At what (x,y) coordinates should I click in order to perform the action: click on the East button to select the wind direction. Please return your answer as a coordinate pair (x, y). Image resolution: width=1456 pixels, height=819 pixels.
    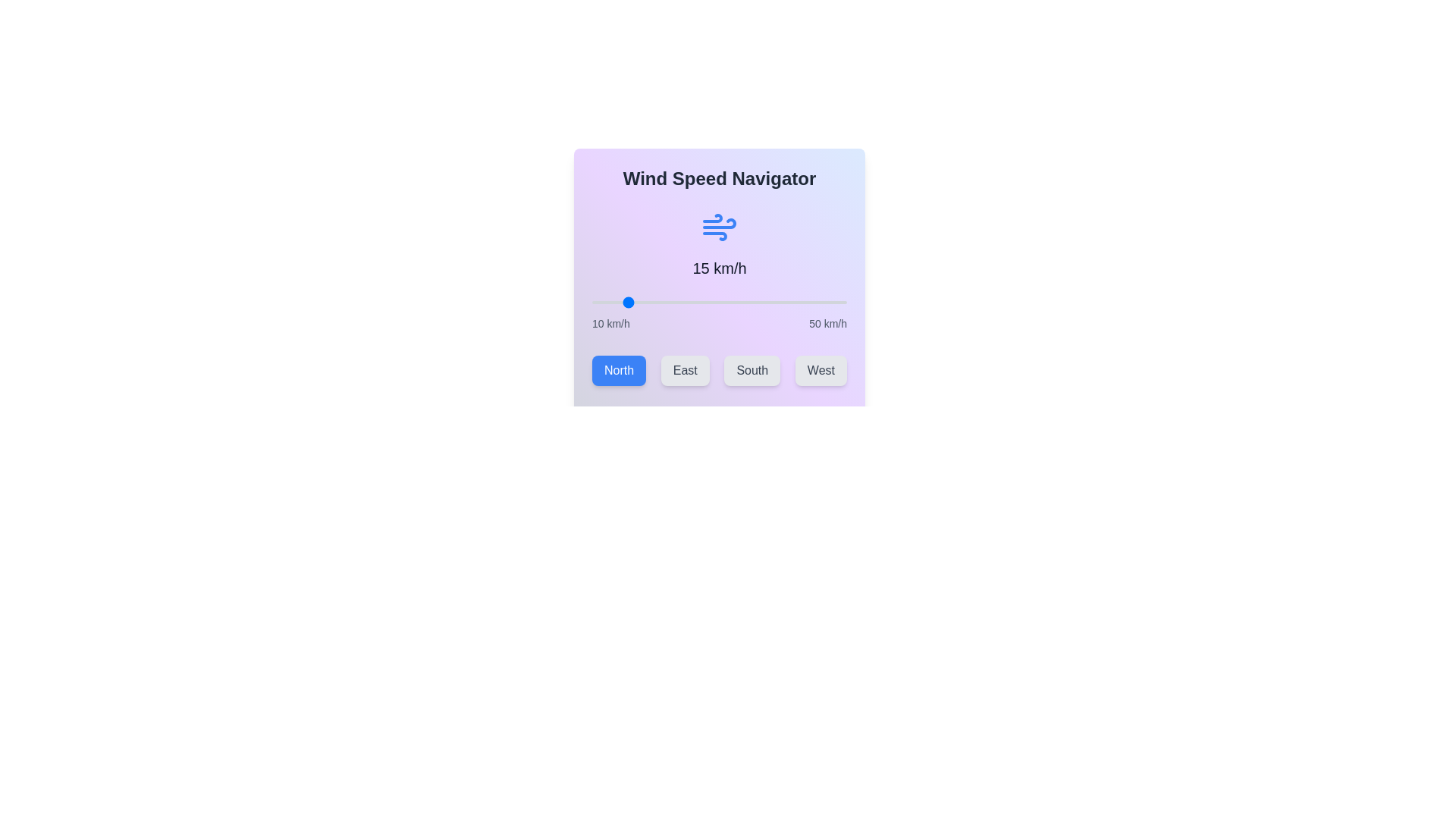
    Looking at the image, I should click on (684, 371).